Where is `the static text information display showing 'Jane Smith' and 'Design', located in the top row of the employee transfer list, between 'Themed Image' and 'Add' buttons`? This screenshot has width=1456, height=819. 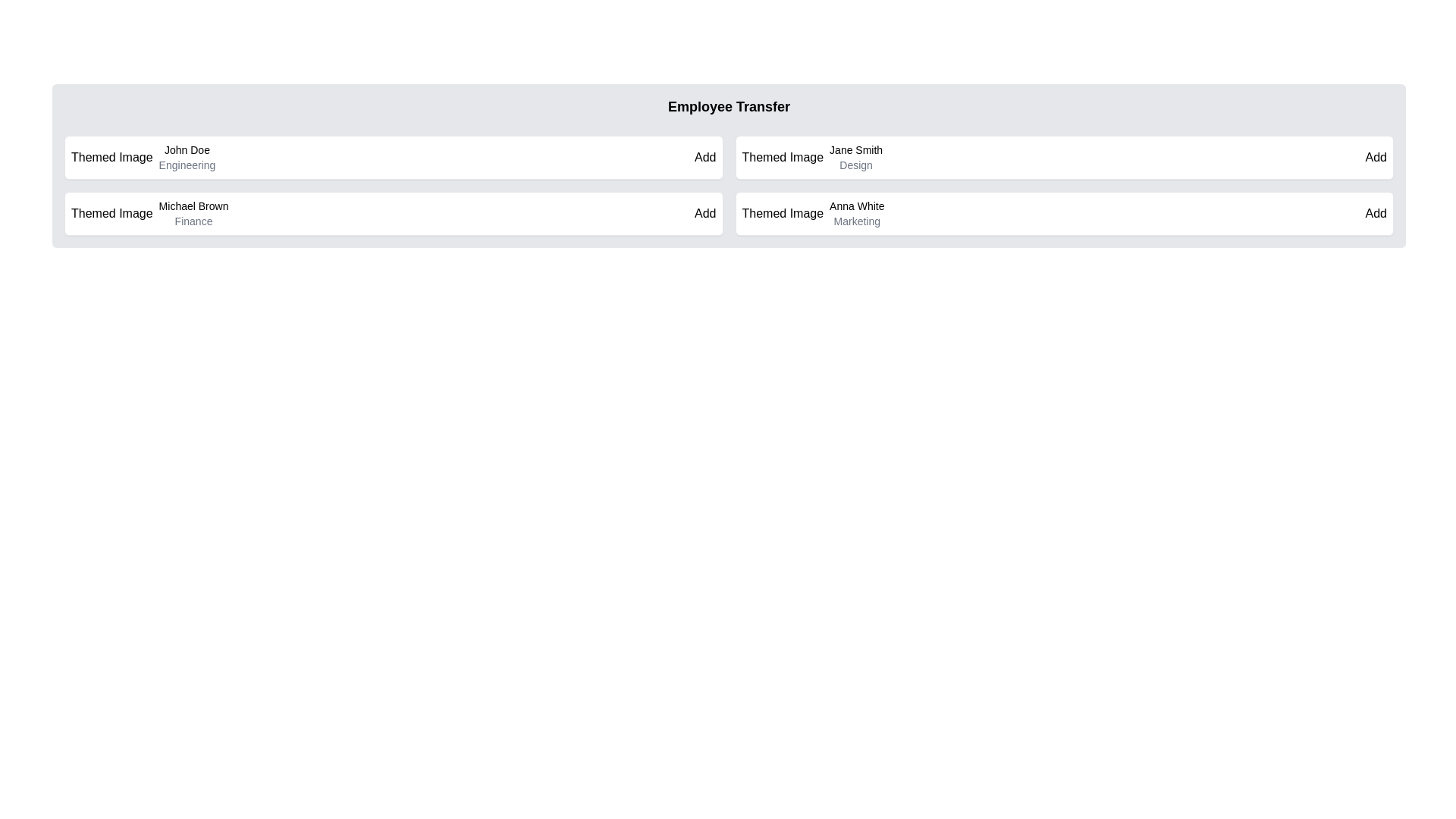
the static text information display showing 'Jane Smith' and 'Design', located in the top row of the employee transfer list, between 'Themed Image' and 'Add' buttons is located at coordinates (856, 158).